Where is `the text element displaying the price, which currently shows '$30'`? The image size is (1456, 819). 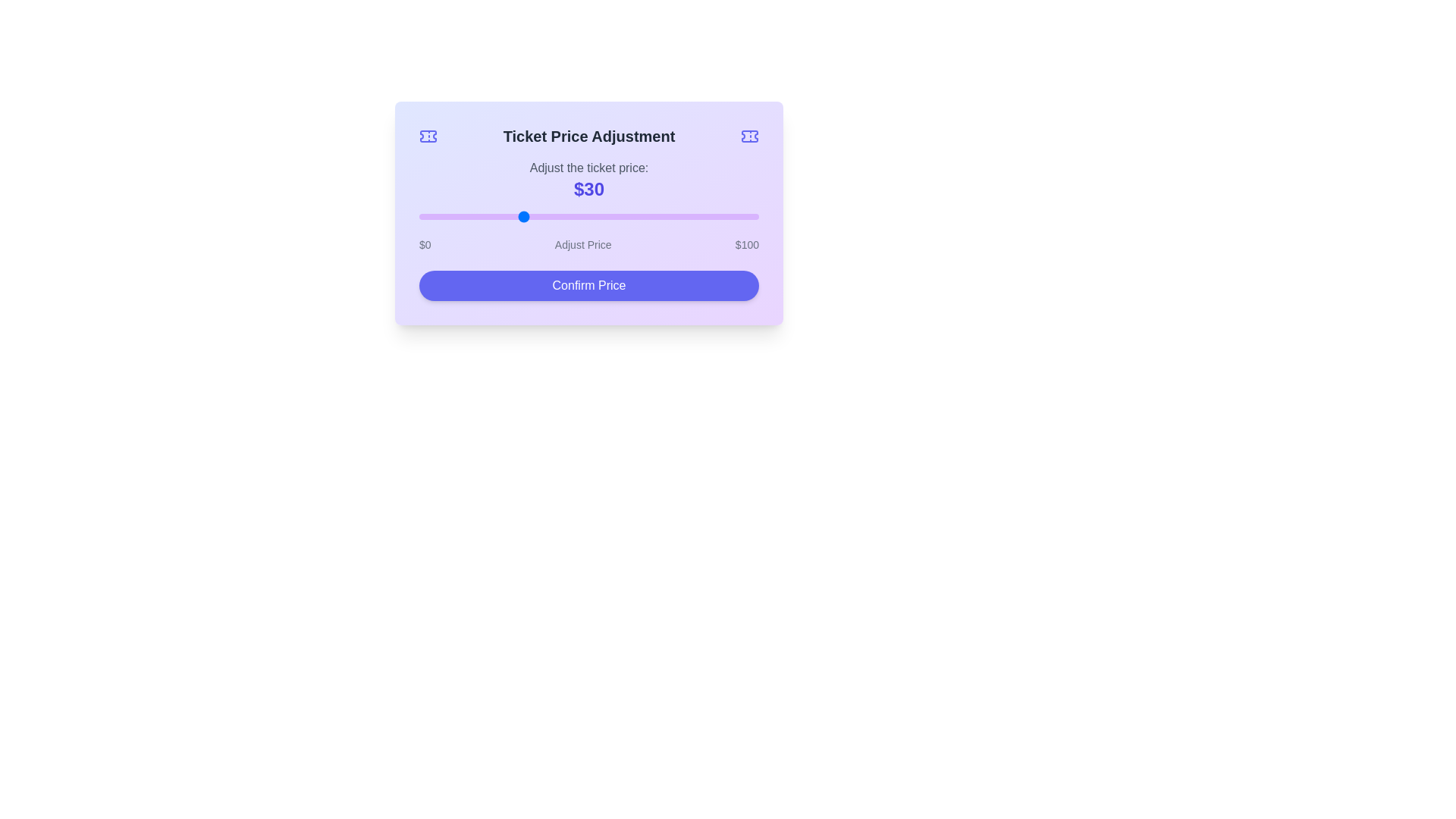 the text element displaying the price, which currently shows '$30' is located at coordinates (588, 188).